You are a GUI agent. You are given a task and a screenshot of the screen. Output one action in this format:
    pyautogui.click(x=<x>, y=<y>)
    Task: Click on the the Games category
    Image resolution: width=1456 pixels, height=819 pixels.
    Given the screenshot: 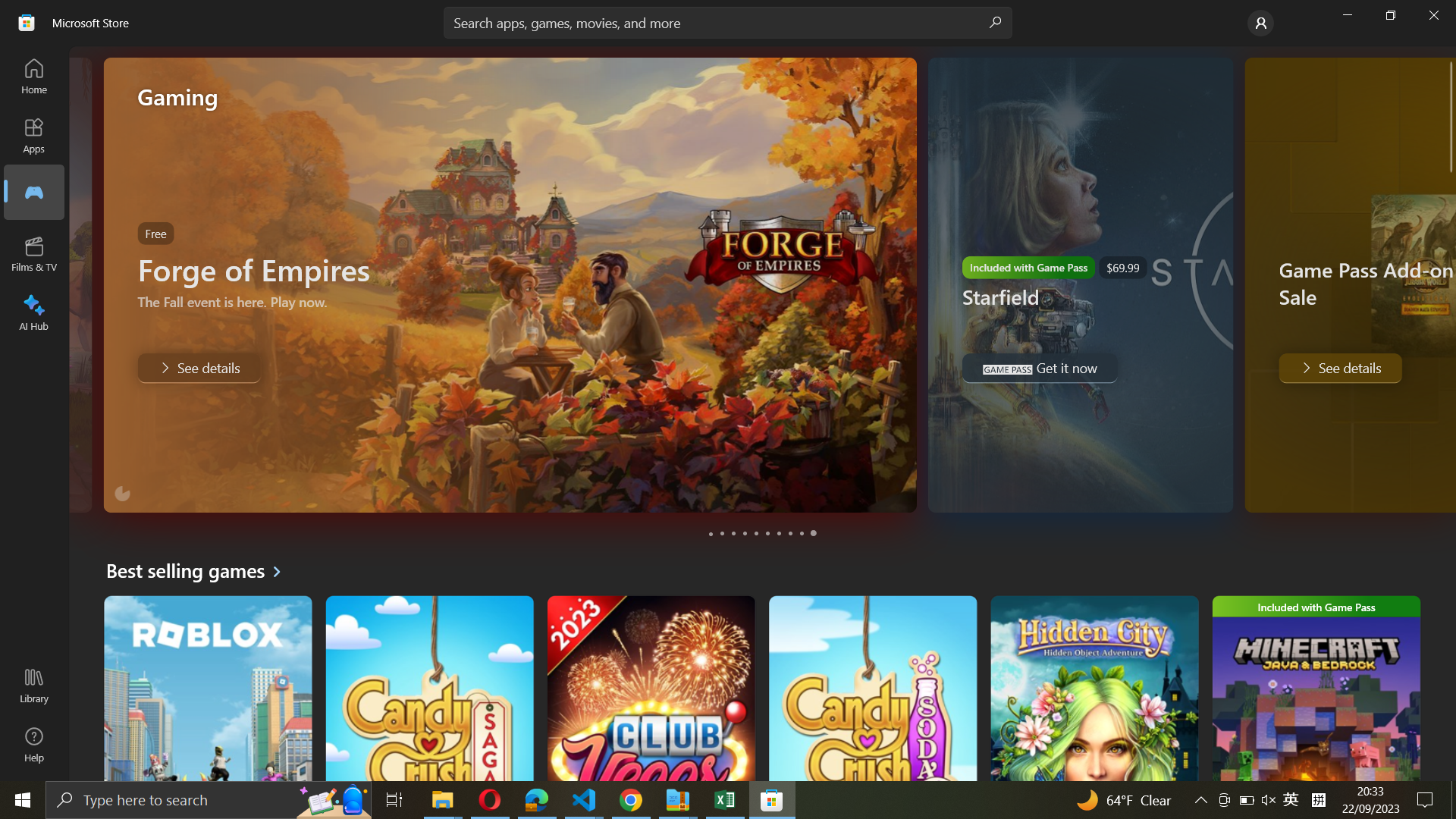 What is the action you would take?
    pyautogui.click(x=33, y=191)
    